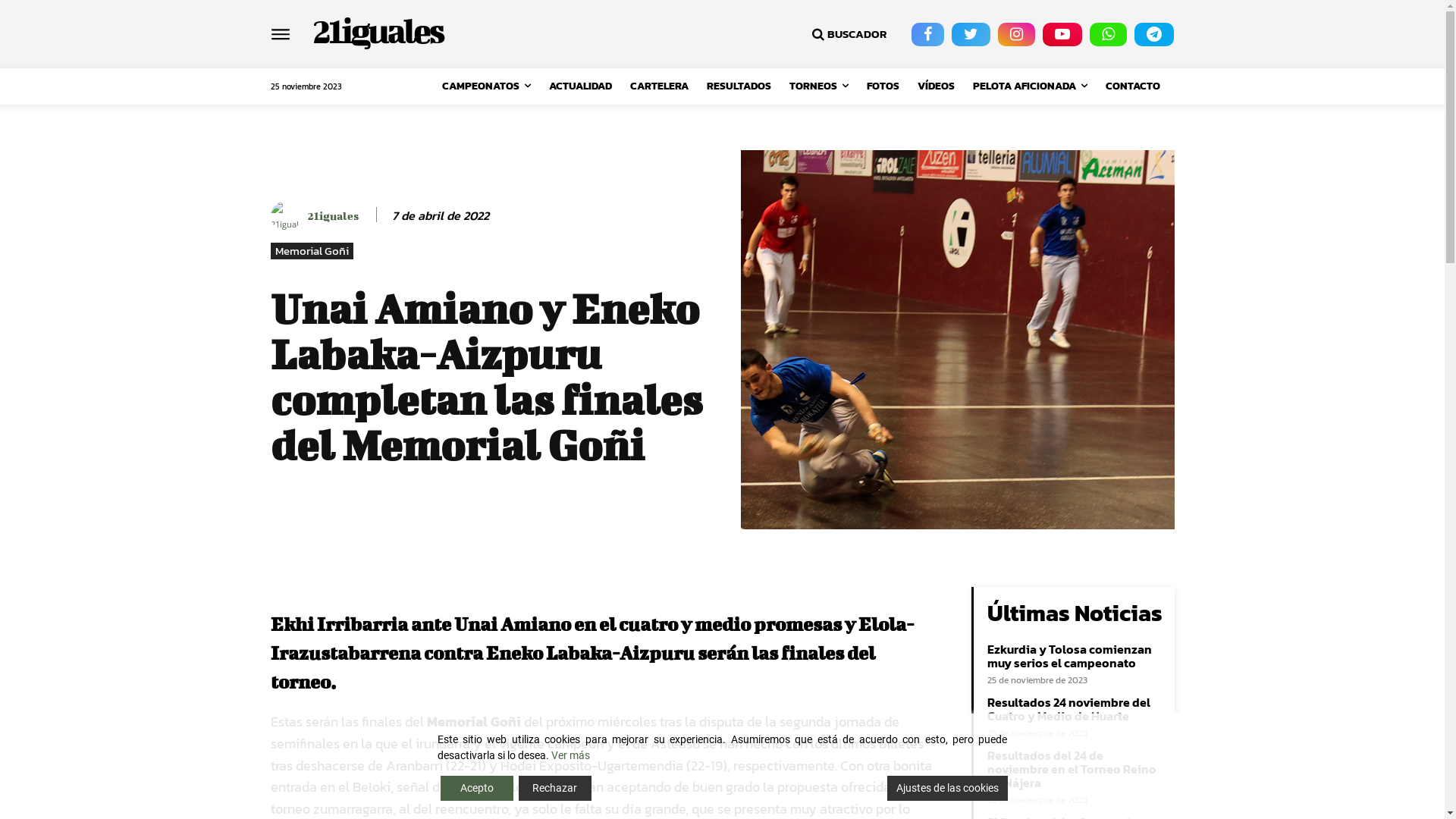  What do you see at coordinates (377, 30) in the screenshot?
I see `'21iguales'` at bounding box center [377, 30].